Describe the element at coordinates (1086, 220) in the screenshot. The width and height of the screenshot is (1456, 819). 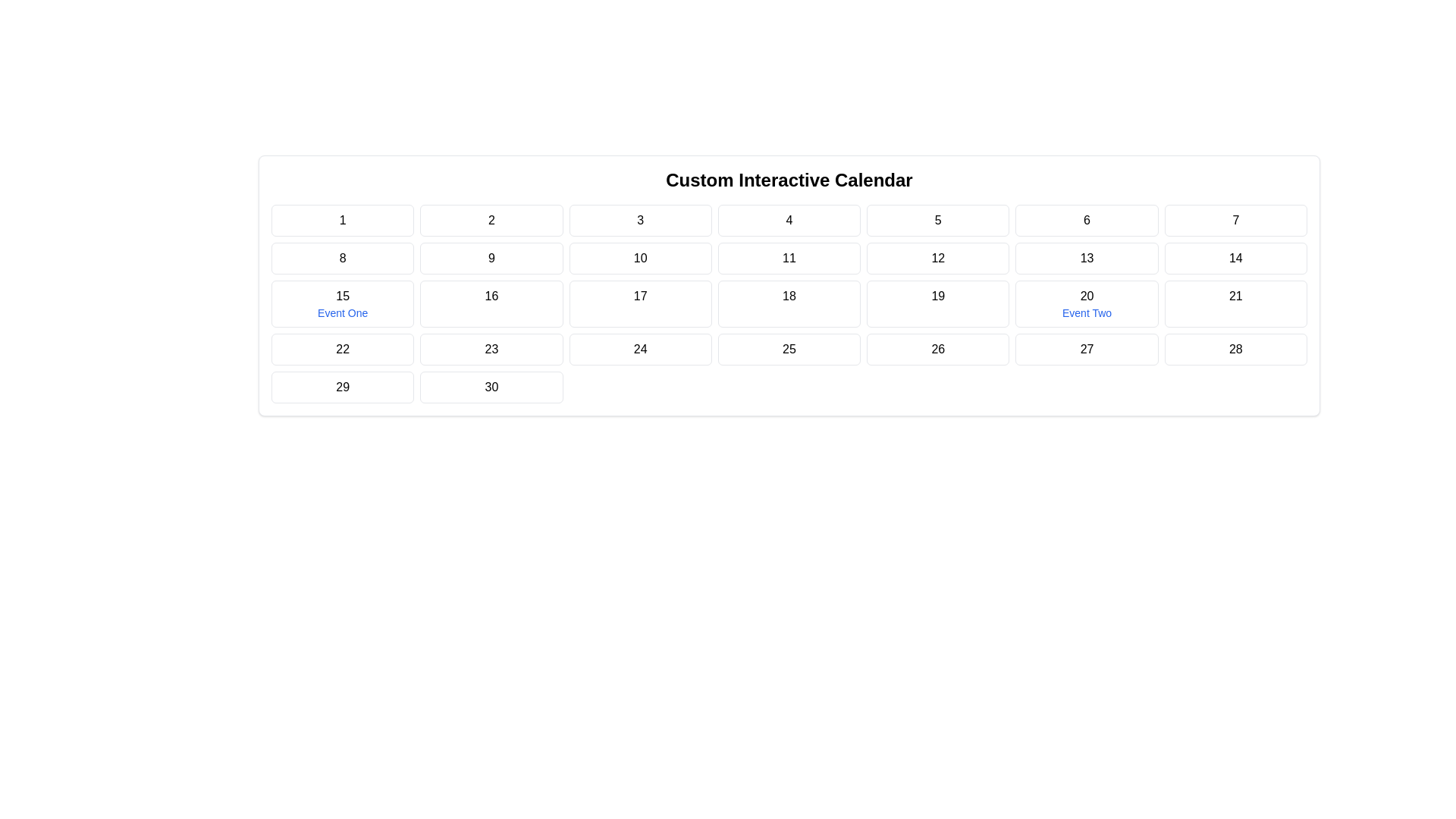
I see `the label element displaying the text '6', which is the sixth cell in the first row of a grid layout` at that location.